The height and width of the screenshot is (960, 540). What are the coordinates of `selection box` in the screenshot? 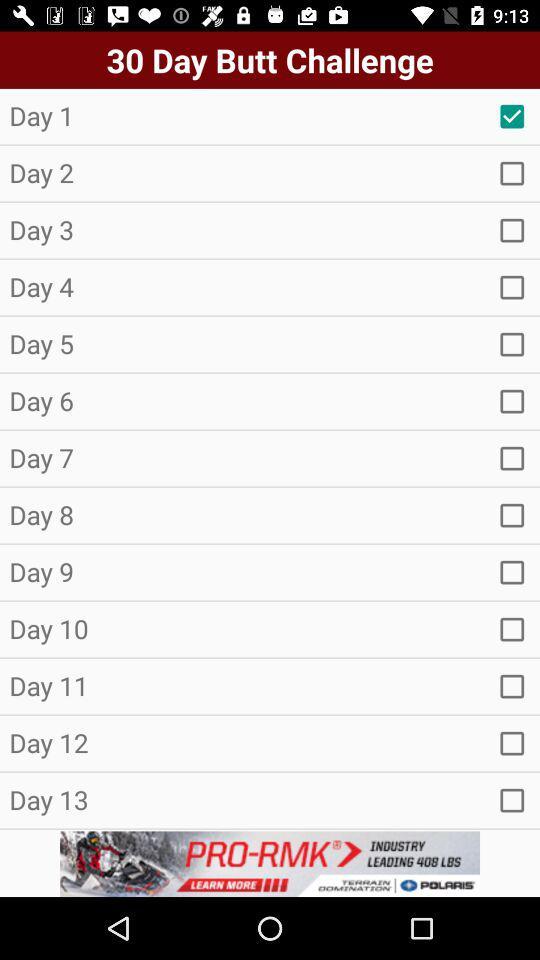 It's located at (512, 116).